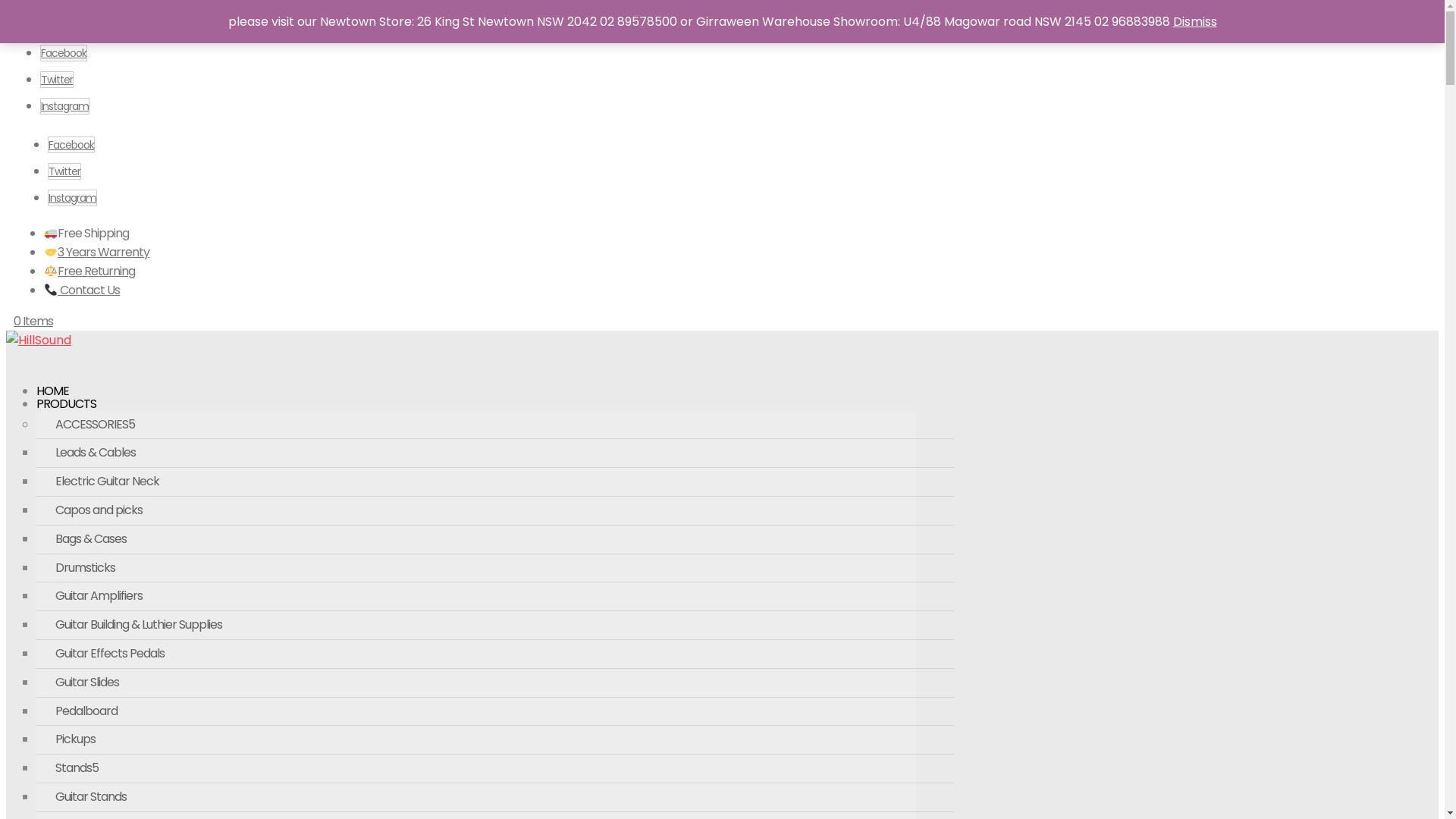 Image resolution: width=1456 pixels, height=819 pixels. I want to click on '3 Years Warrenty', so click(43, 251).